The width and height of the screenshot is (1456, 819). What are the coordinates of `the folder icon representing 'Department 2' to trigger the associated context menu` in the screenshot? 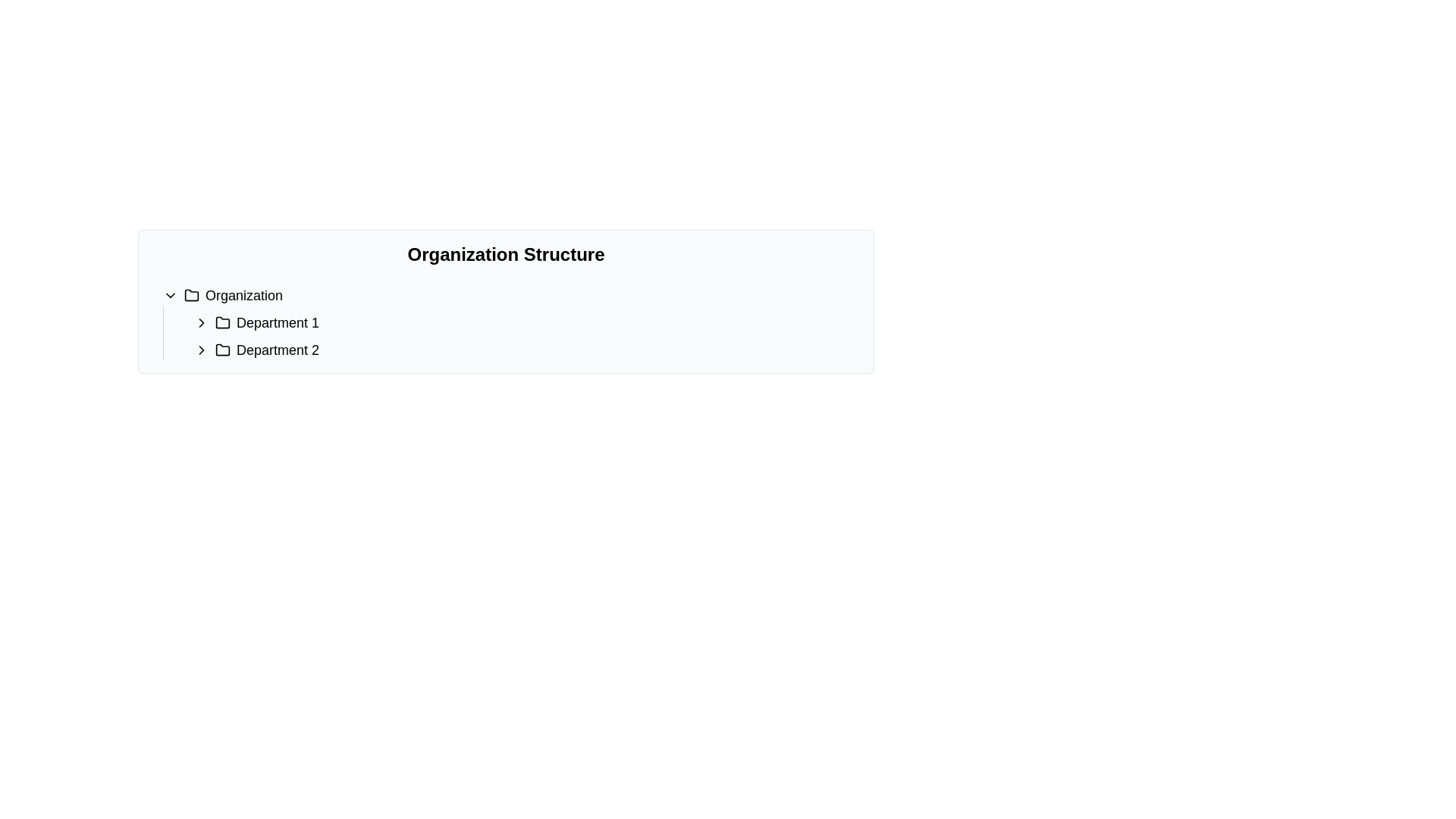 It's located at (221, 350).